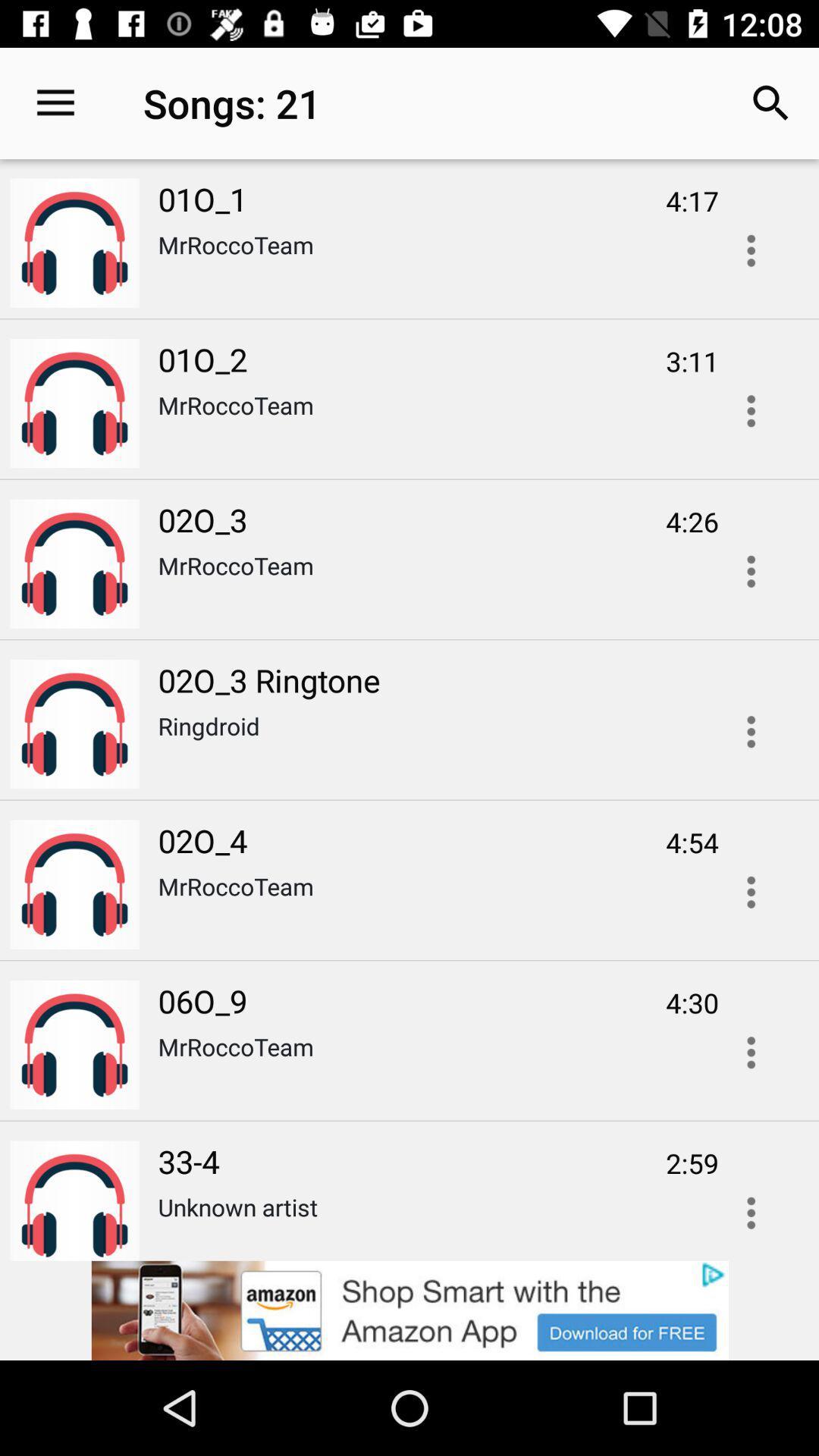  I want to click on options, so click(751, 892).